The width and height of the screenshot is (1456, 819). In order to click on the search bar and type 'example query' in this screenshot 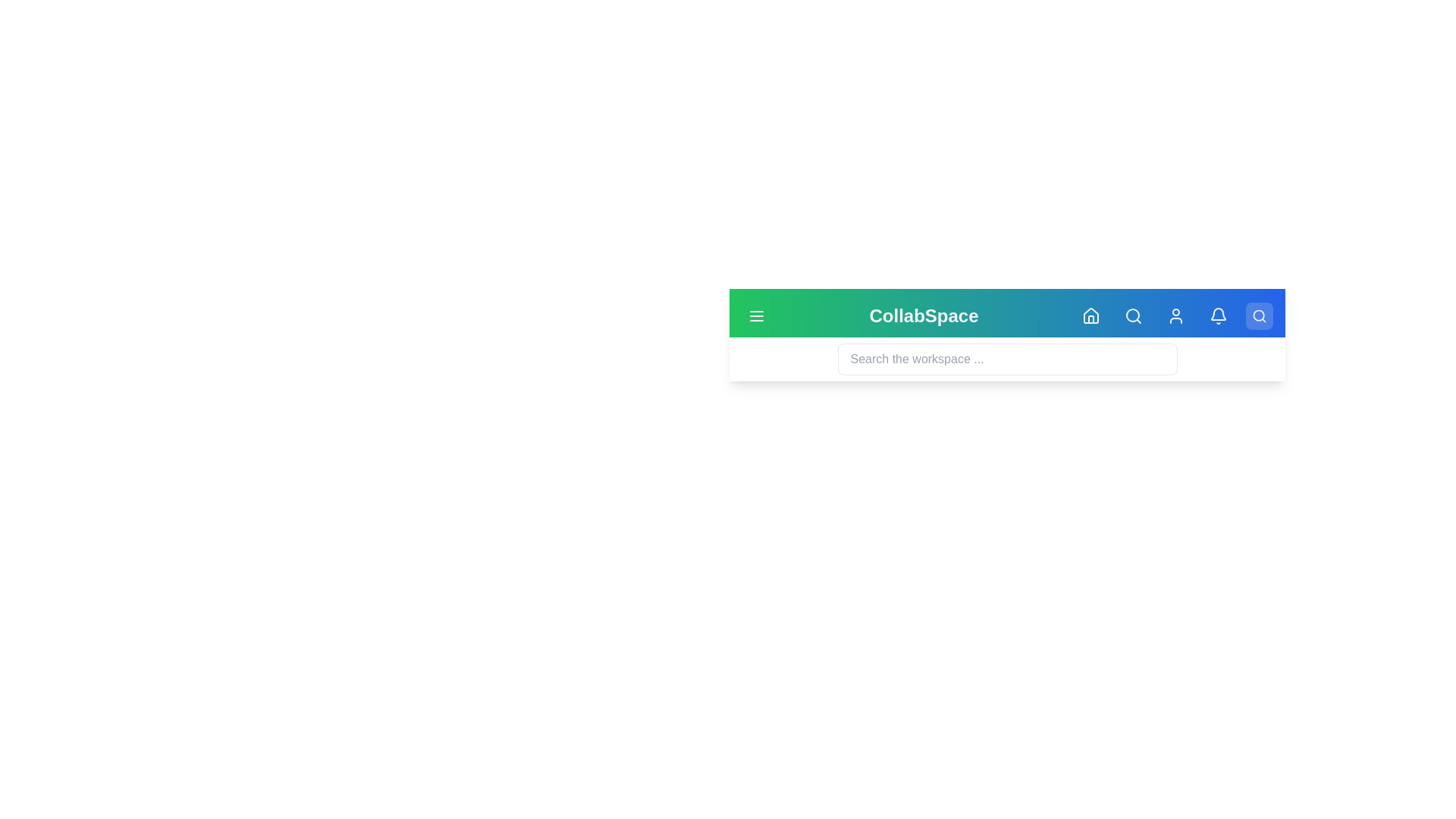, I will do `click(1007, 359)`.